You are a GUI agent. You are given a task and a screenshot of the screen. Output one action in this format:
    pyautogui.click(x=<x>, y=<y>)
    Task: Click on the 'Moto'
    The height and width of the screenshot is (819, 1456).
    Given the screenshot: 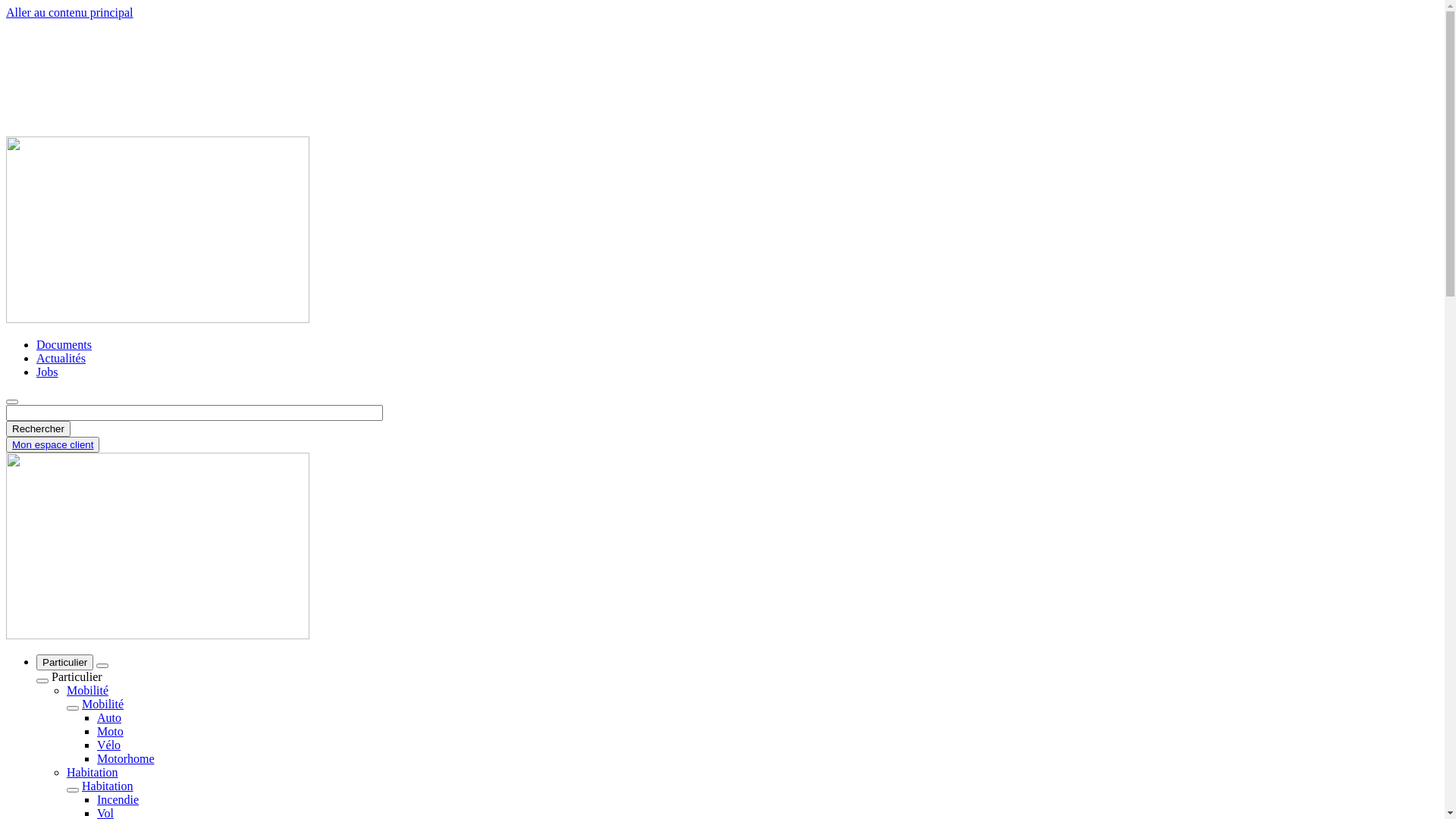 What is the action you would take?
    pyautogui.click(x=109, y=730)
    